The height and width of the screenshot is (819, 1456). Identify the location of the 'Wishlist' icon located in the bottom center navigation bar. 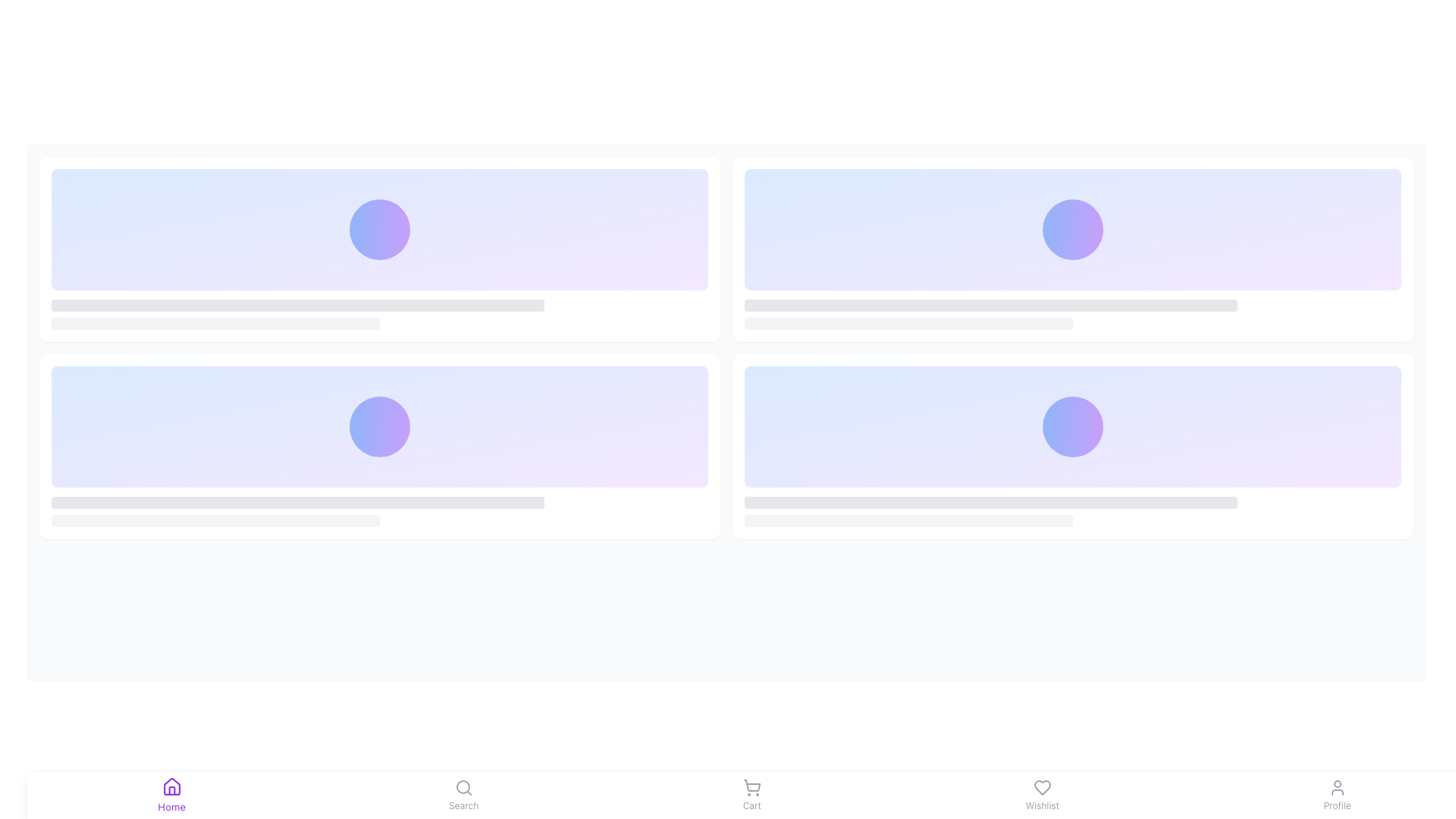
(1041, 786).